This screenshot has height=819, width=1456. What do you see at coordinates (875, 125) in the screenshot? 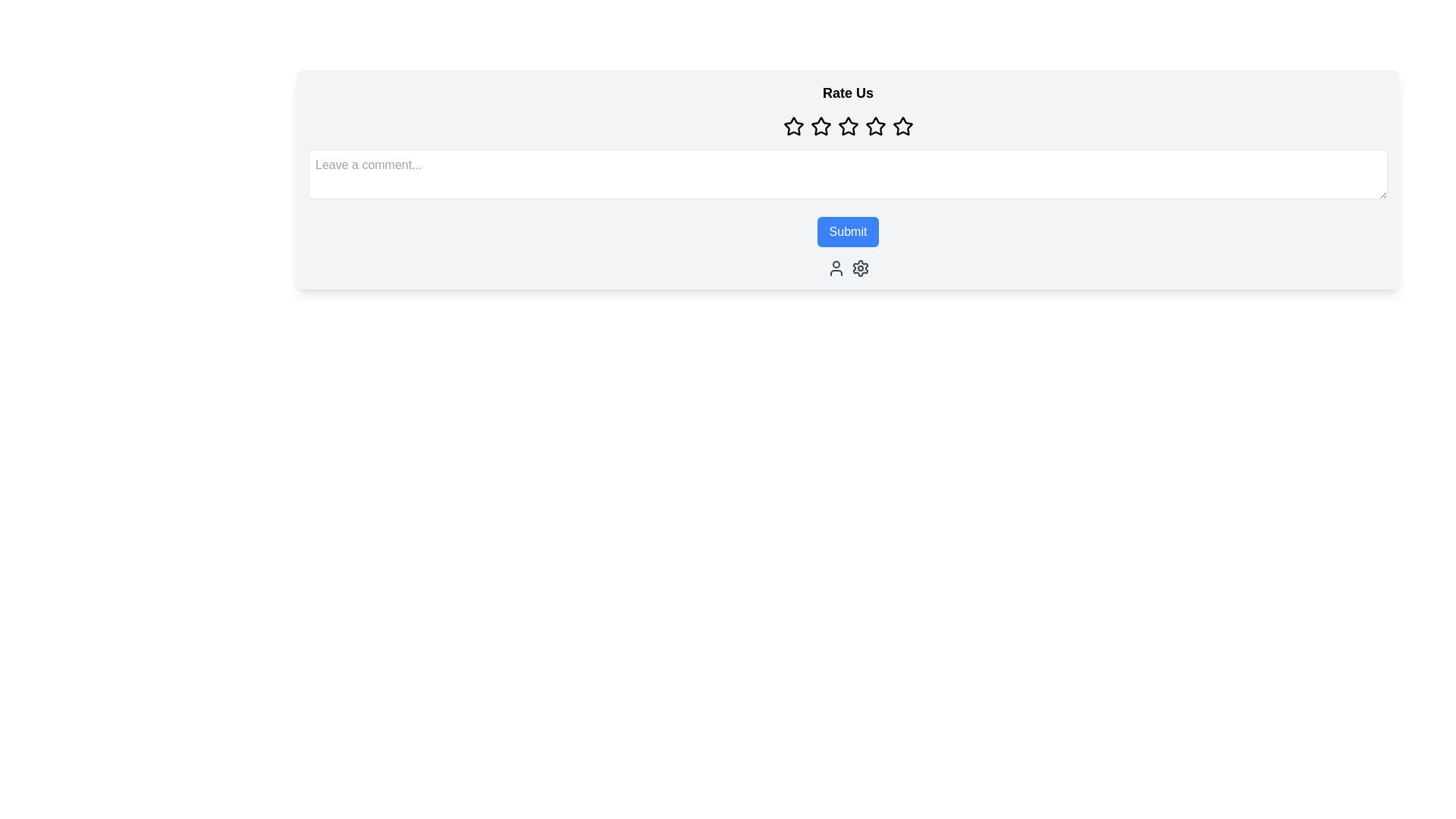
I see `the fourth star icon in the horizontal arrangement of five stars, which allows users to provide feedback by selecting a rating` at bounding box center [875, 125].